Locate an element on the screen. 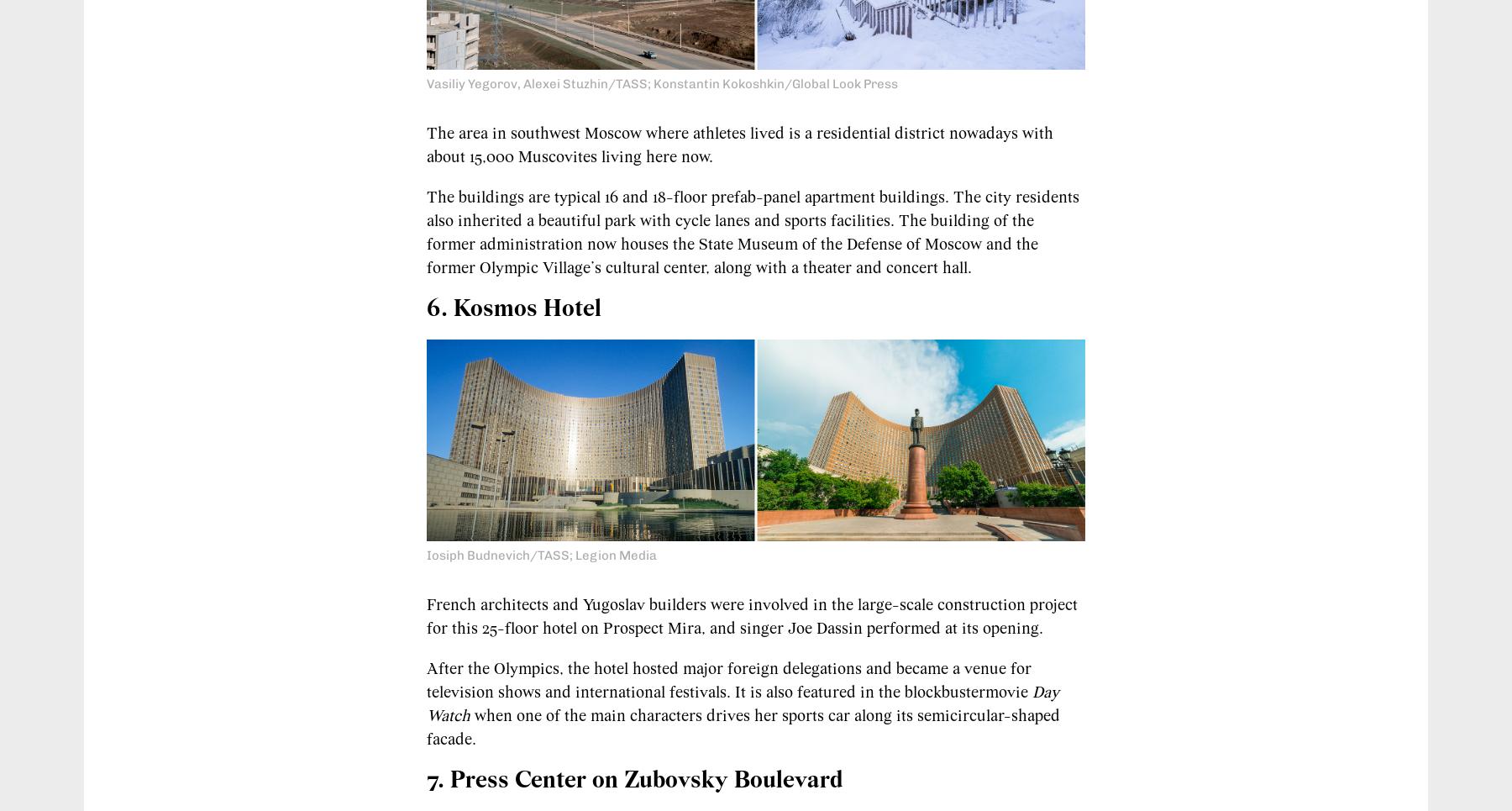 The height and width of the screenshot is (811, 1512). 'The area in southwest Moscow where athletes lived is a residential district nowadays with about 15,000 Muscovites living here now.' is located at coordinates (425, 145).